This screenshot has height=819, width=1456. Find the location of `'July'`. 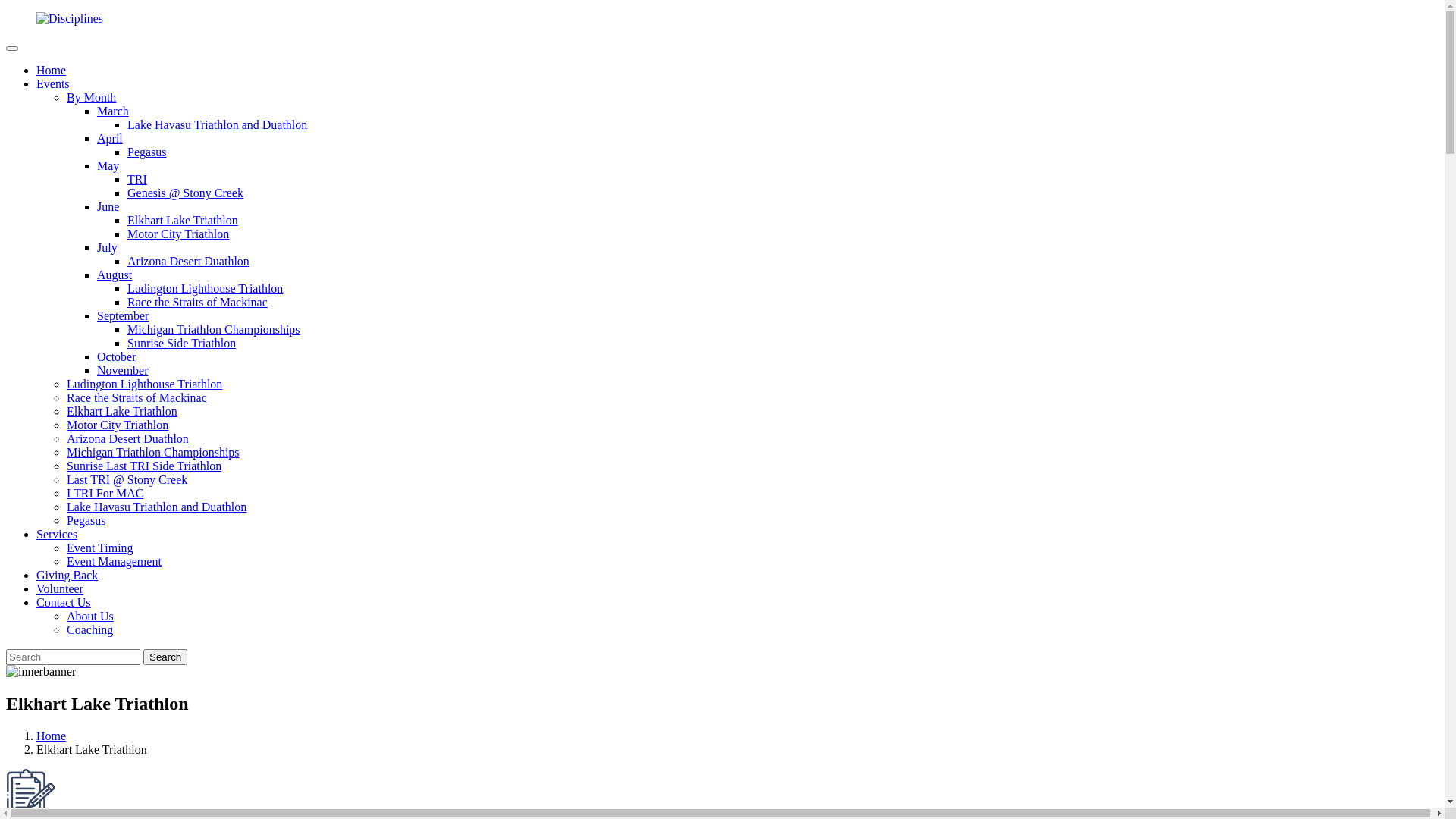

'July' is located at coordinates (106, 246).